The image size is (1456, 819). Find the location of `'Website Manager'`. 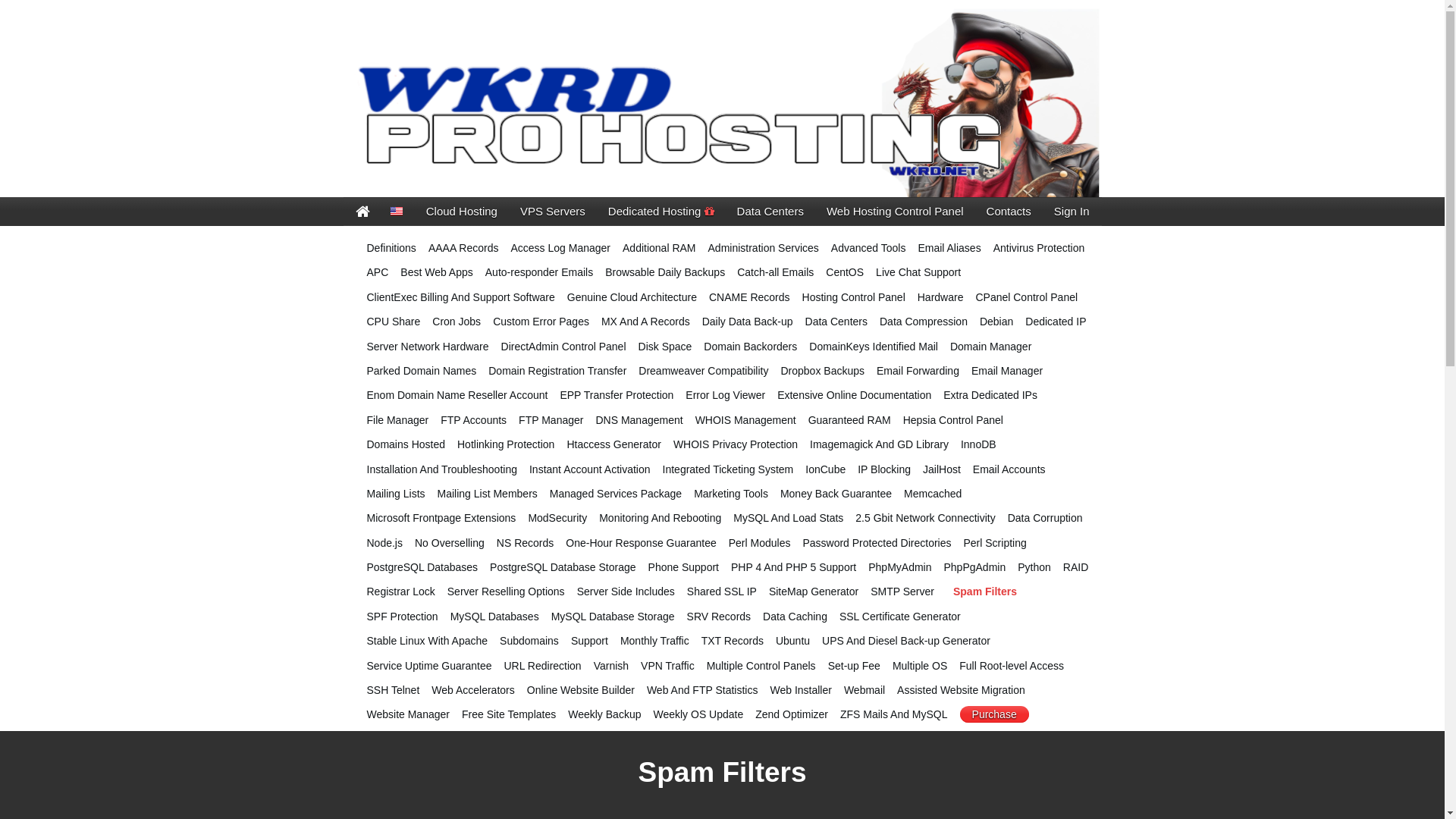

'Website Manager' is located at coordinates (408, 714).